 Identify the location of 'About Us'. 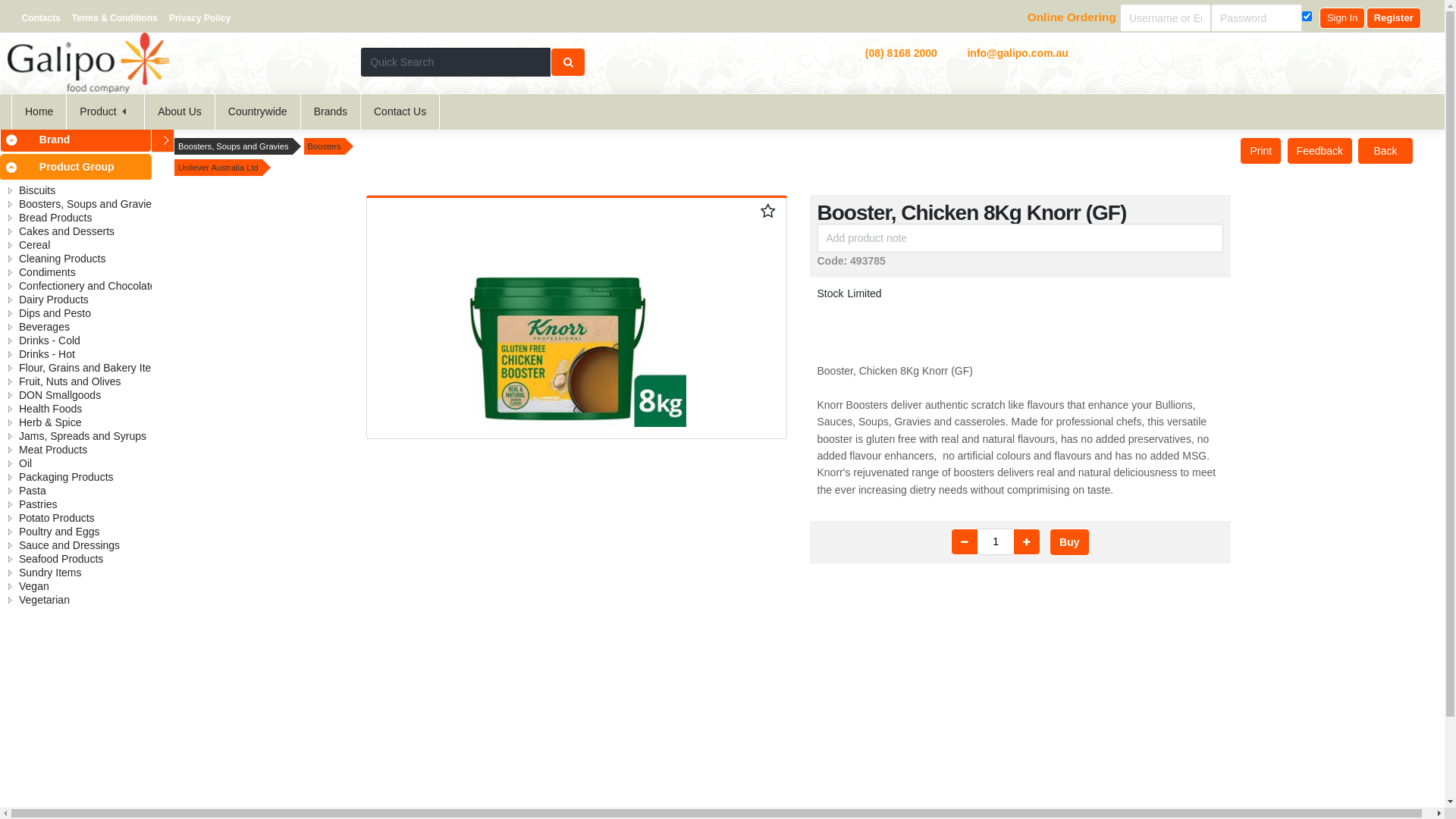
(179, 110).